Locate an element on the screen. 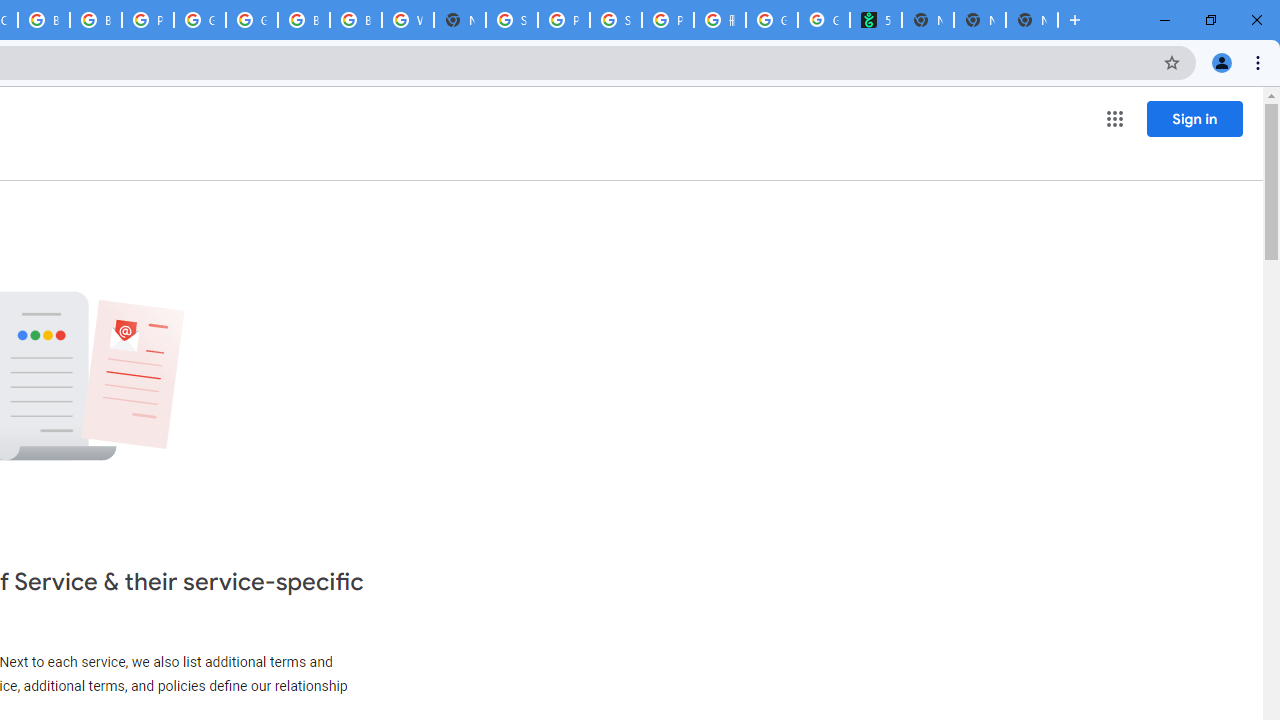  'Google apps' is located at coordinates (1113, 119).